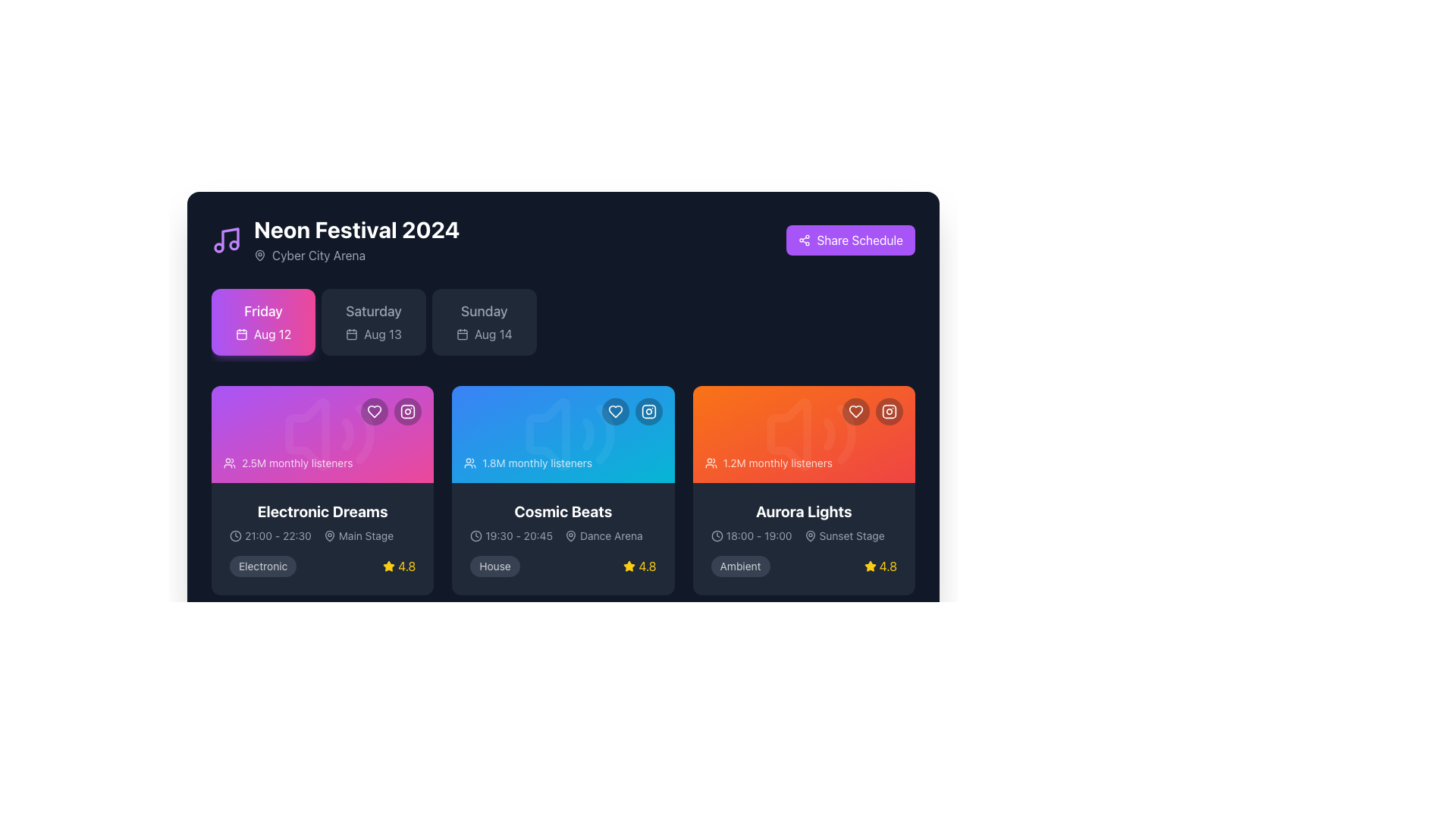  Describe the element at coordinates (803, 538) in the screenshot. I see `the 'Aurora Lights' event card, which is the rightmost card in a row of three, positioned under the date selector, featuring details such as timing, location, genre, and star rating` at that location.